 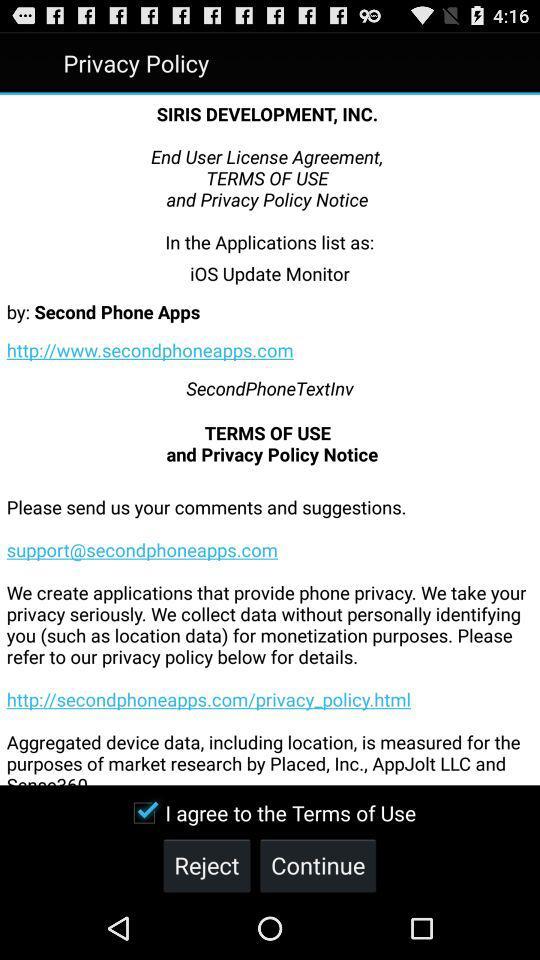 What do you see at coordinates (270, 624) in the screenshot?
I see `please send us icon` at bounding box center [270, 624].